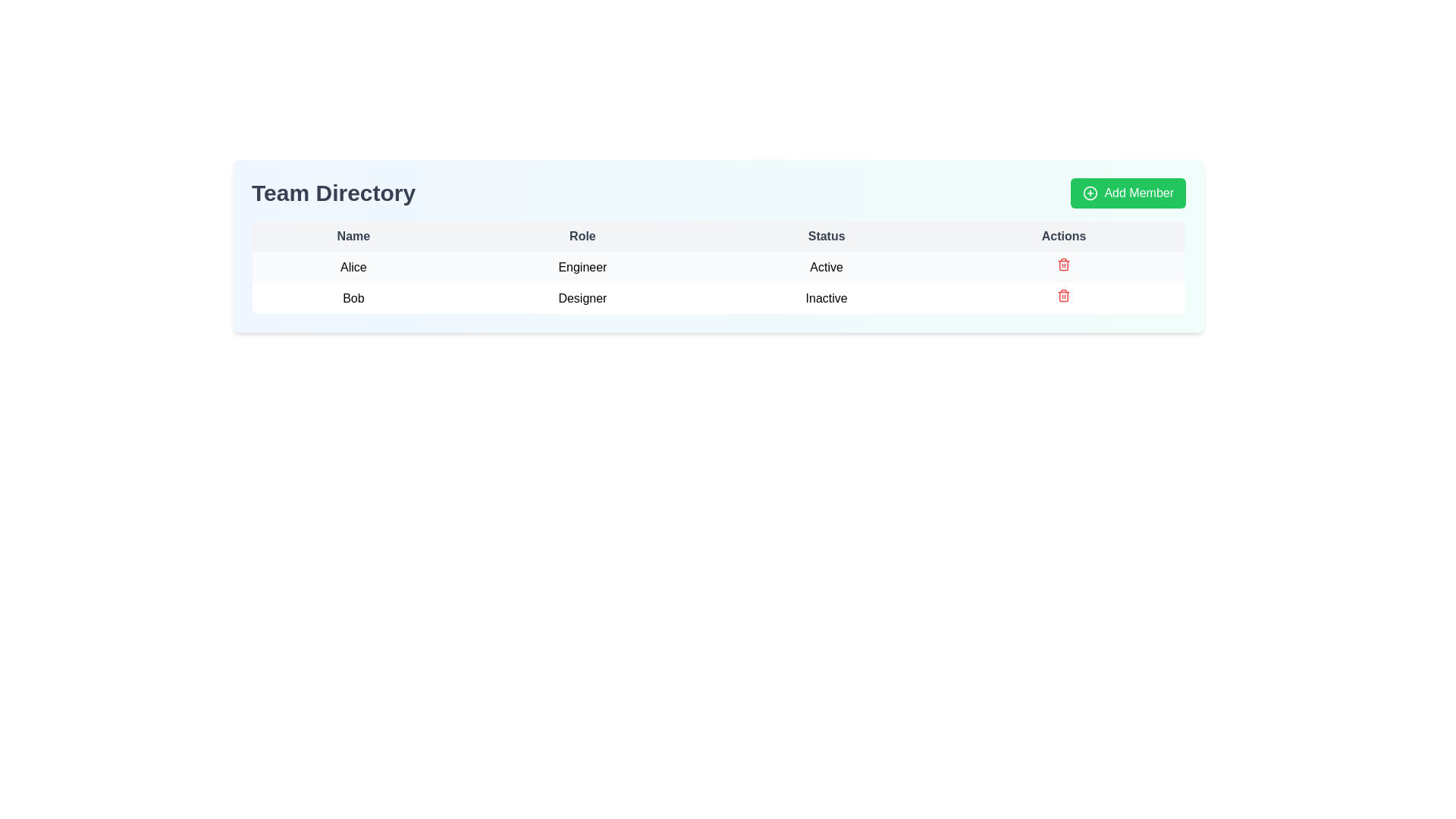 The width and height of the screenshot is (1456, 819). I want to click on the 'Active' status text label in the 'Team Directory' table, located in the second column of the second row under the 'Status' column, so click(826, 266).